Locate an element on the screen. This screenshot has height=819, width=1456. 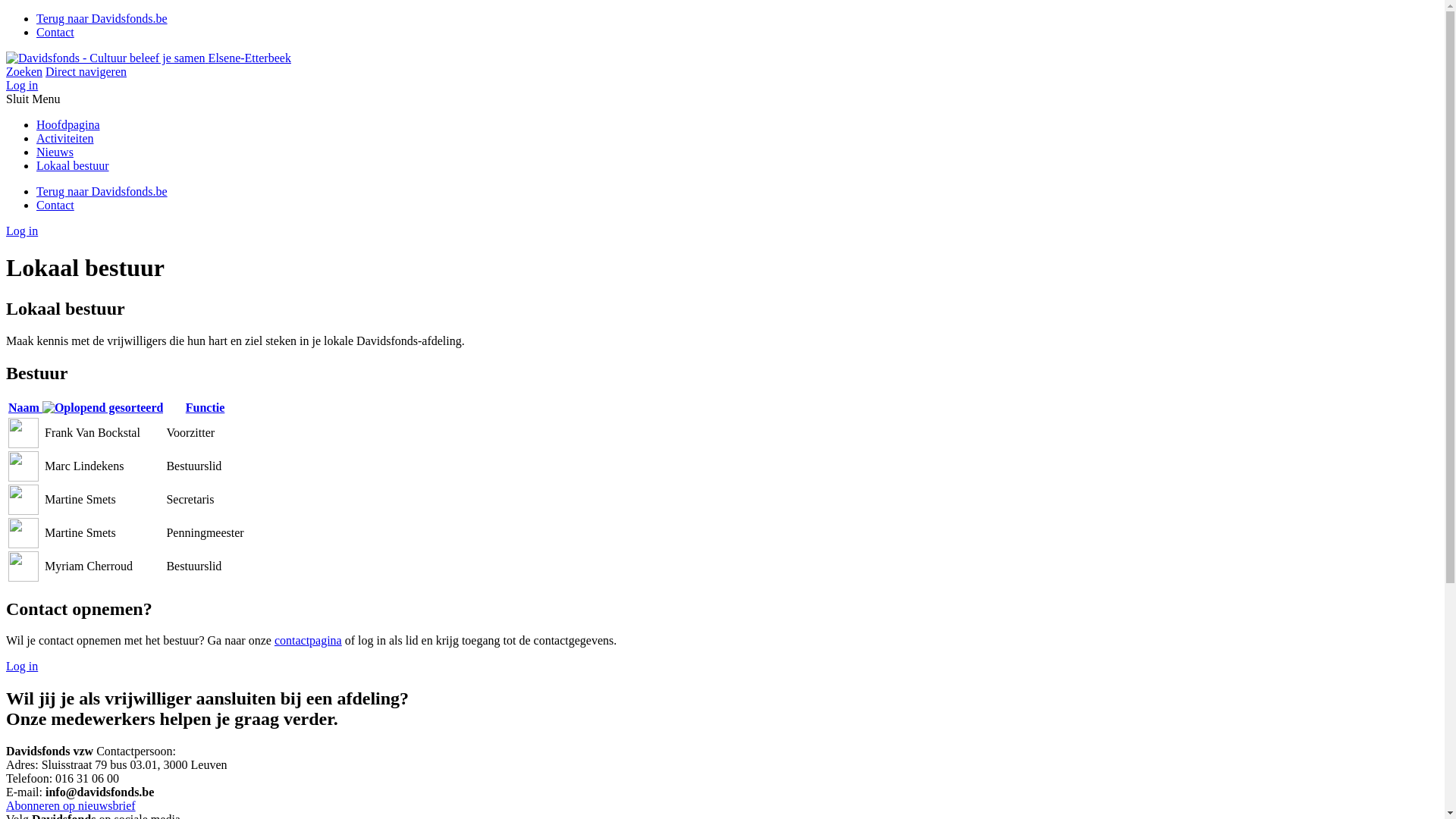
'Elsene-Etterbeek' is located at coordinates (6, 57).